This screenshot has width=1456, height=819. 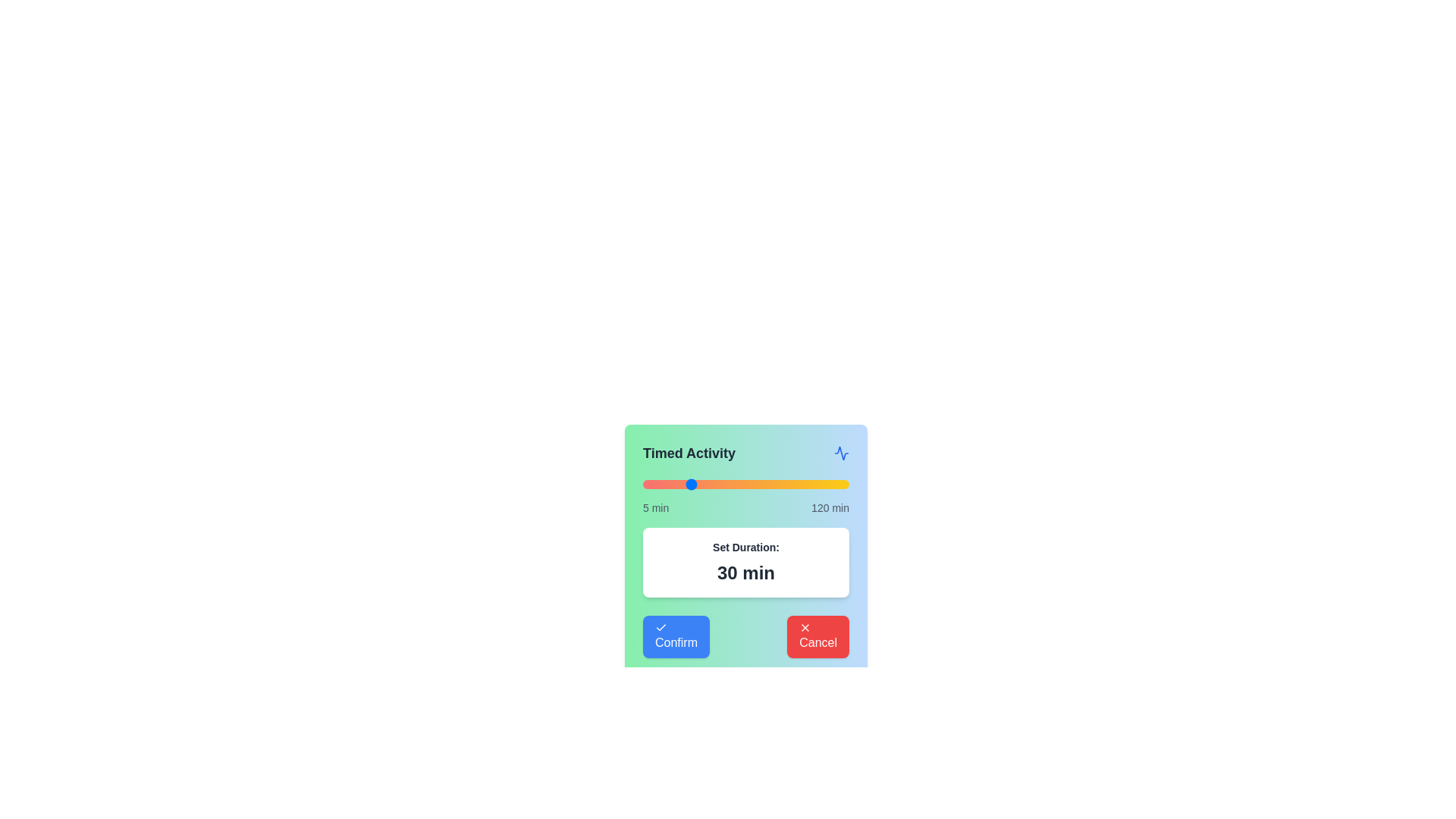 I want to click on the slider to set the activity duration to 119 minutes, so click(x=846, y=485).